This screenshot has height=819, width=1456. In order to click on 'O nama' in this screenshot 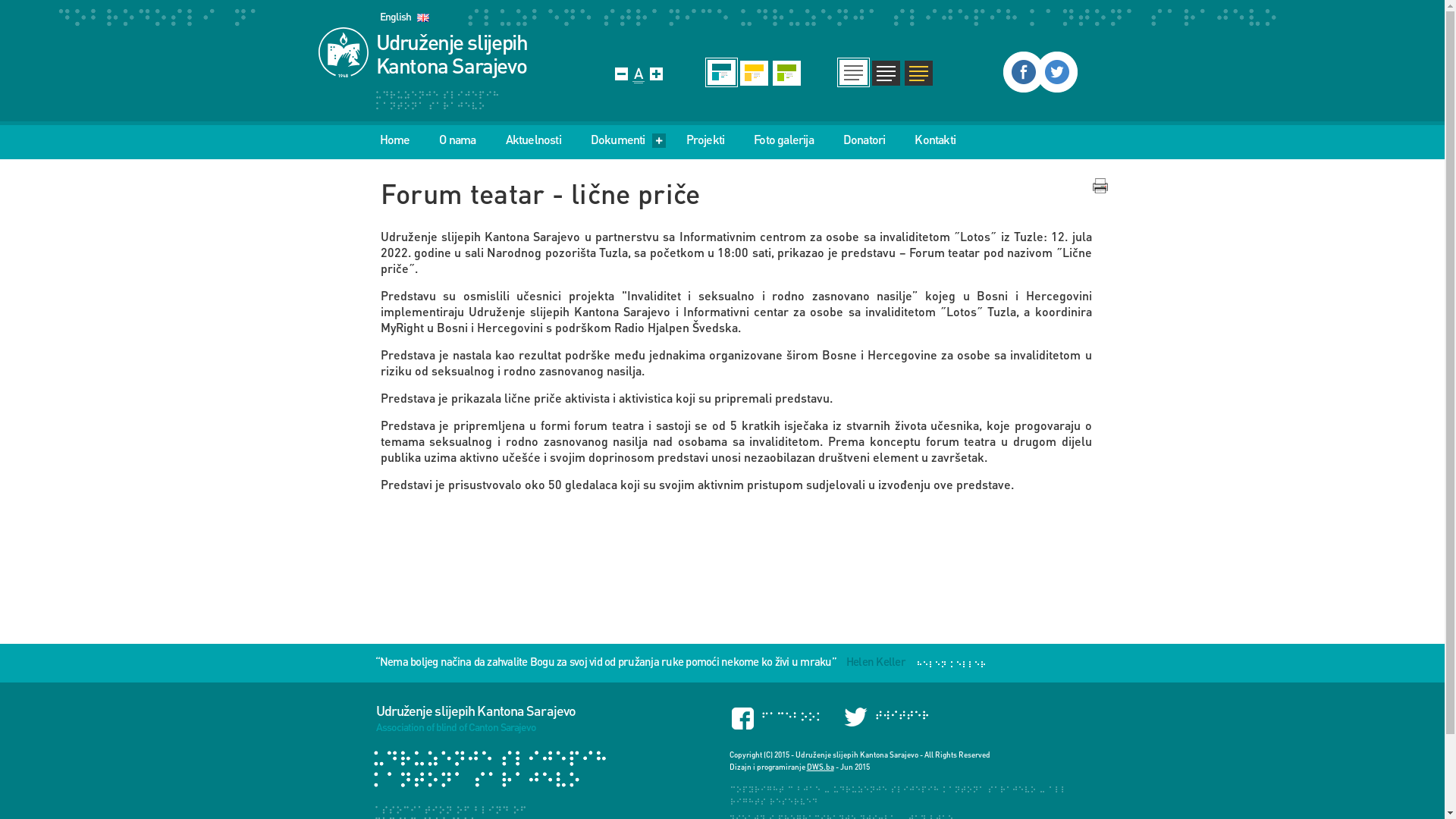, I will do `click(457, 140)`.